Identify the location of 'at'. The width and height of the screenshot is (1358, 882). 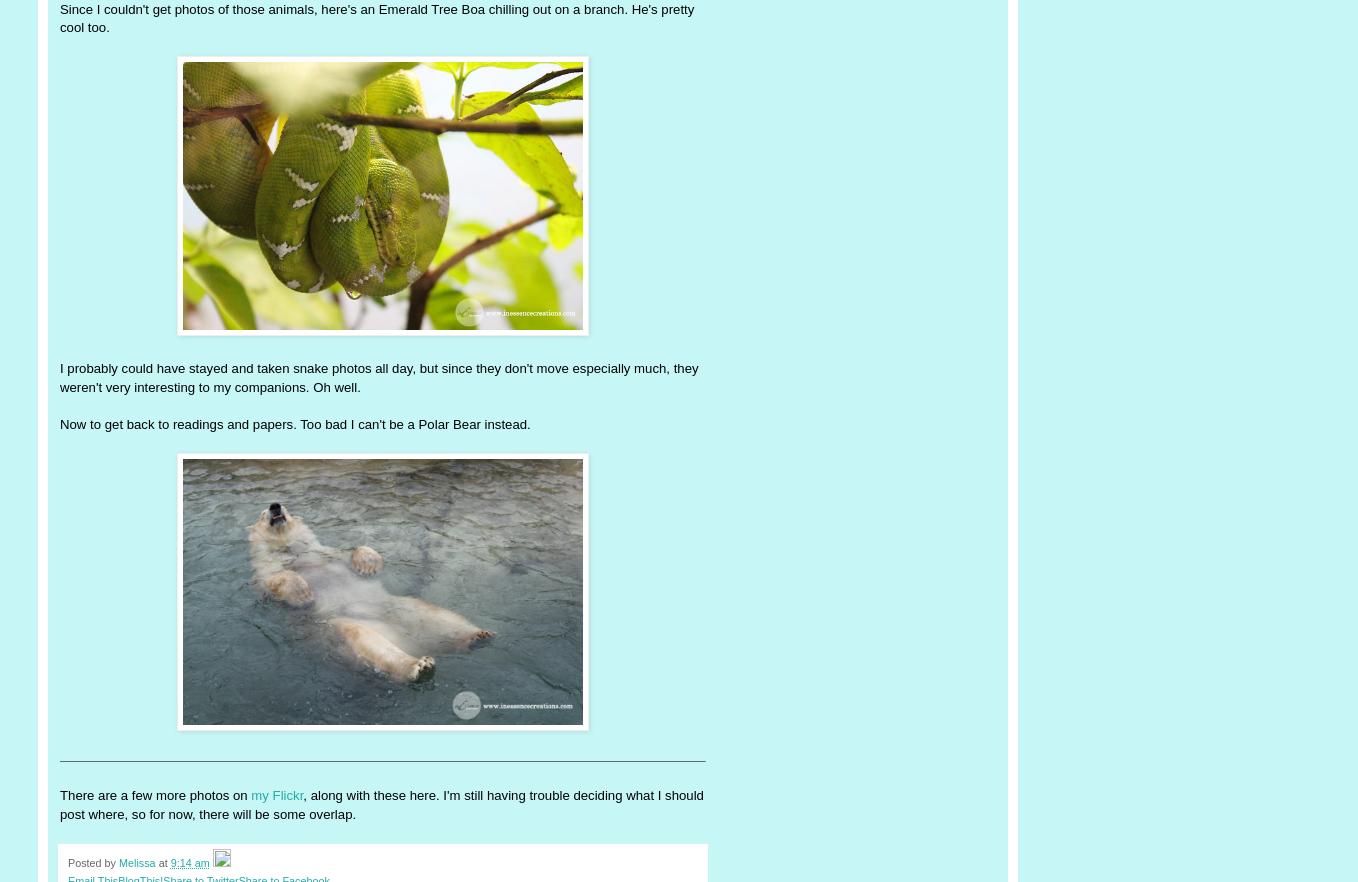
(164, 862).